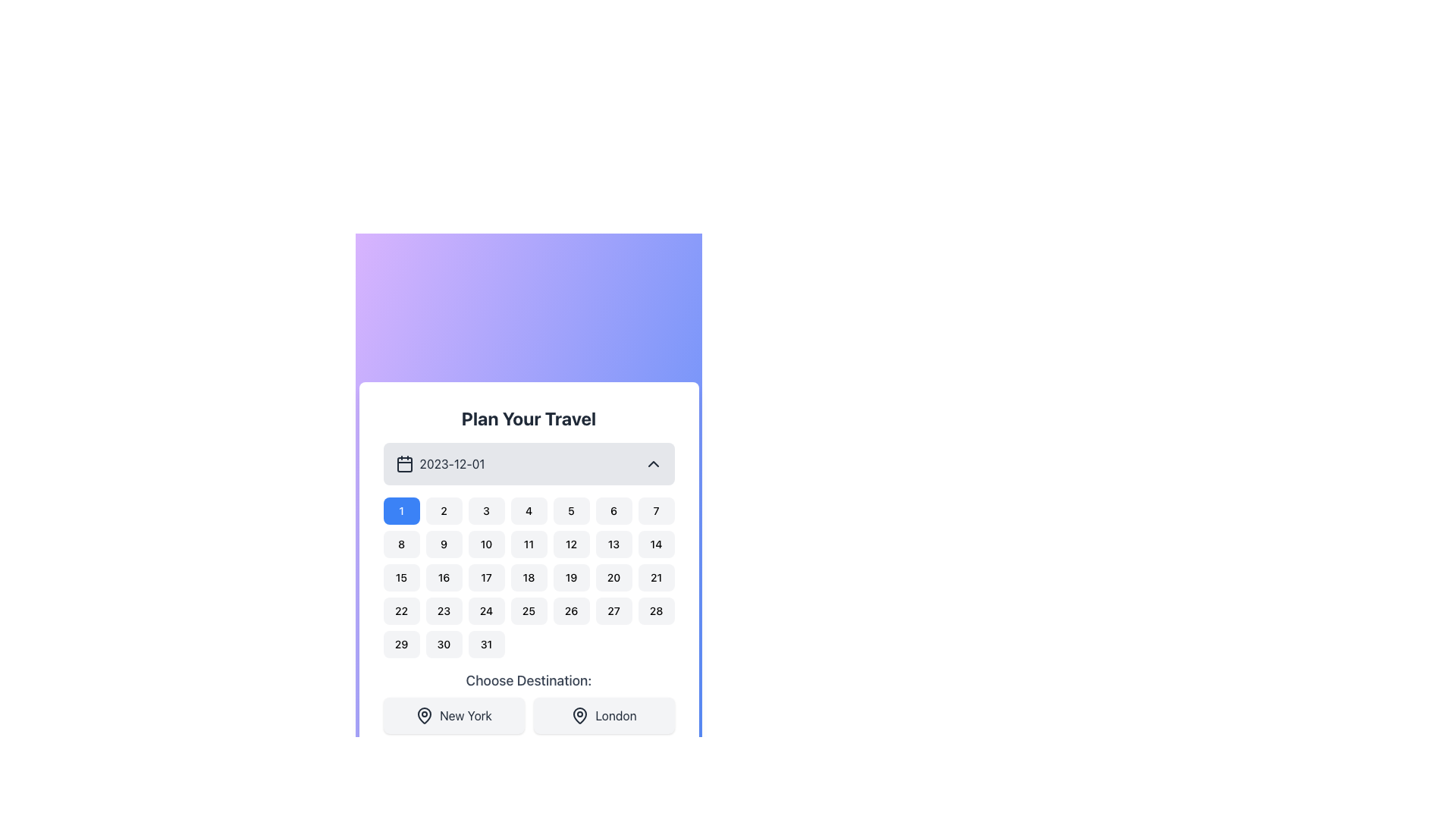 This screenshot has height=819, width=1456. I want to click on the rounded rectangular button displaying the number '2' in the calendar layout, so click(443, 511).